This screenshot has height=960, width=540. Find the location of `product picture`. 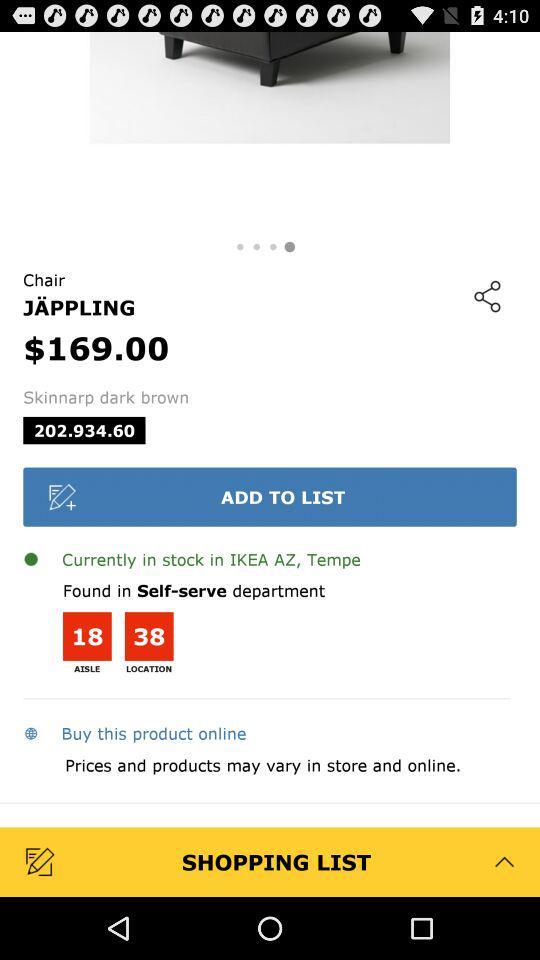

product picture is located at coordinates (270, 131).